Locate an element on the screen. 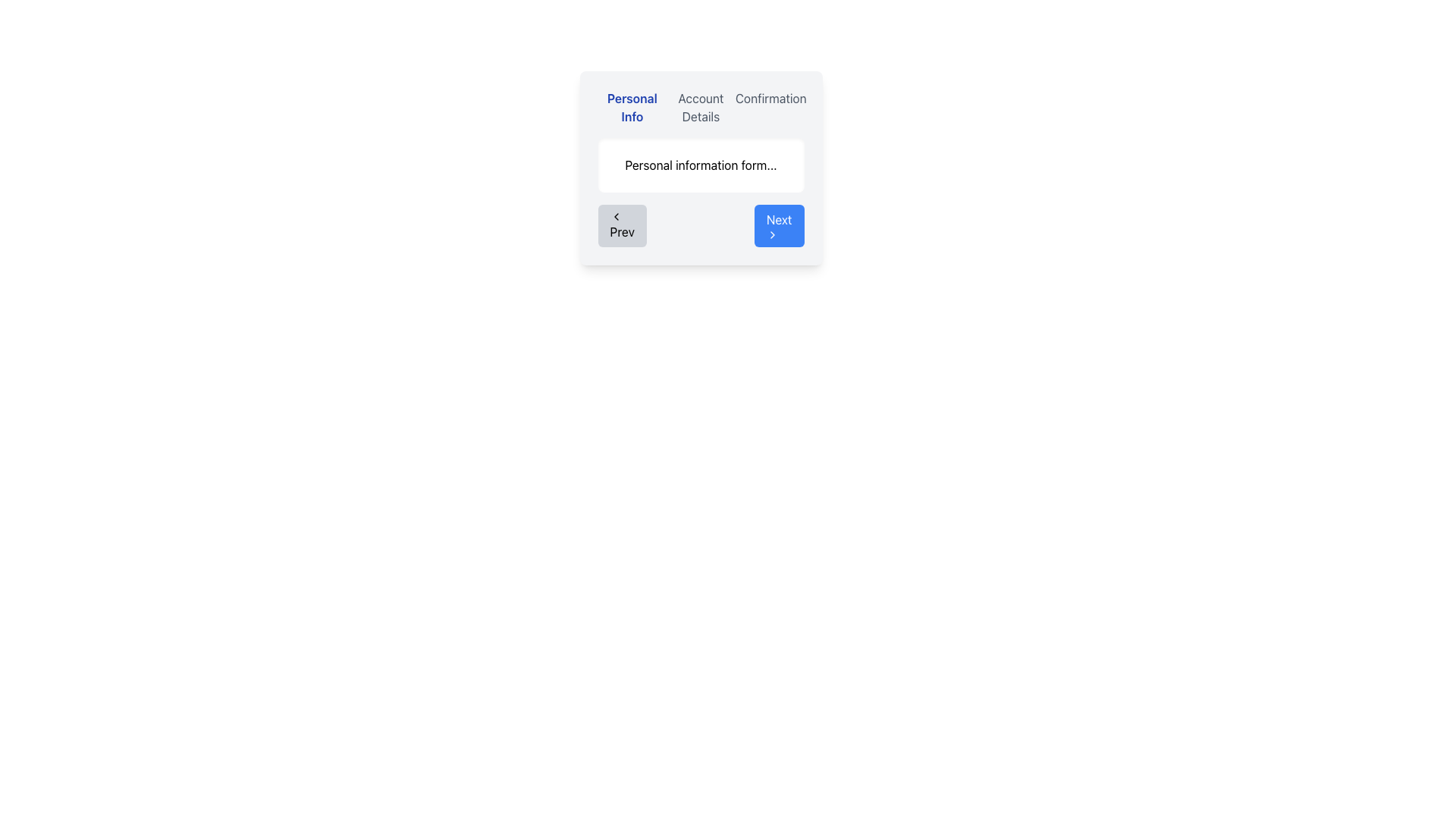 This screenshot has height=819, width=1456. the right-facing chevron icon located within the 'Next' button, positioned to the right of the text label 'Next' is located at coordinates (772, 234).